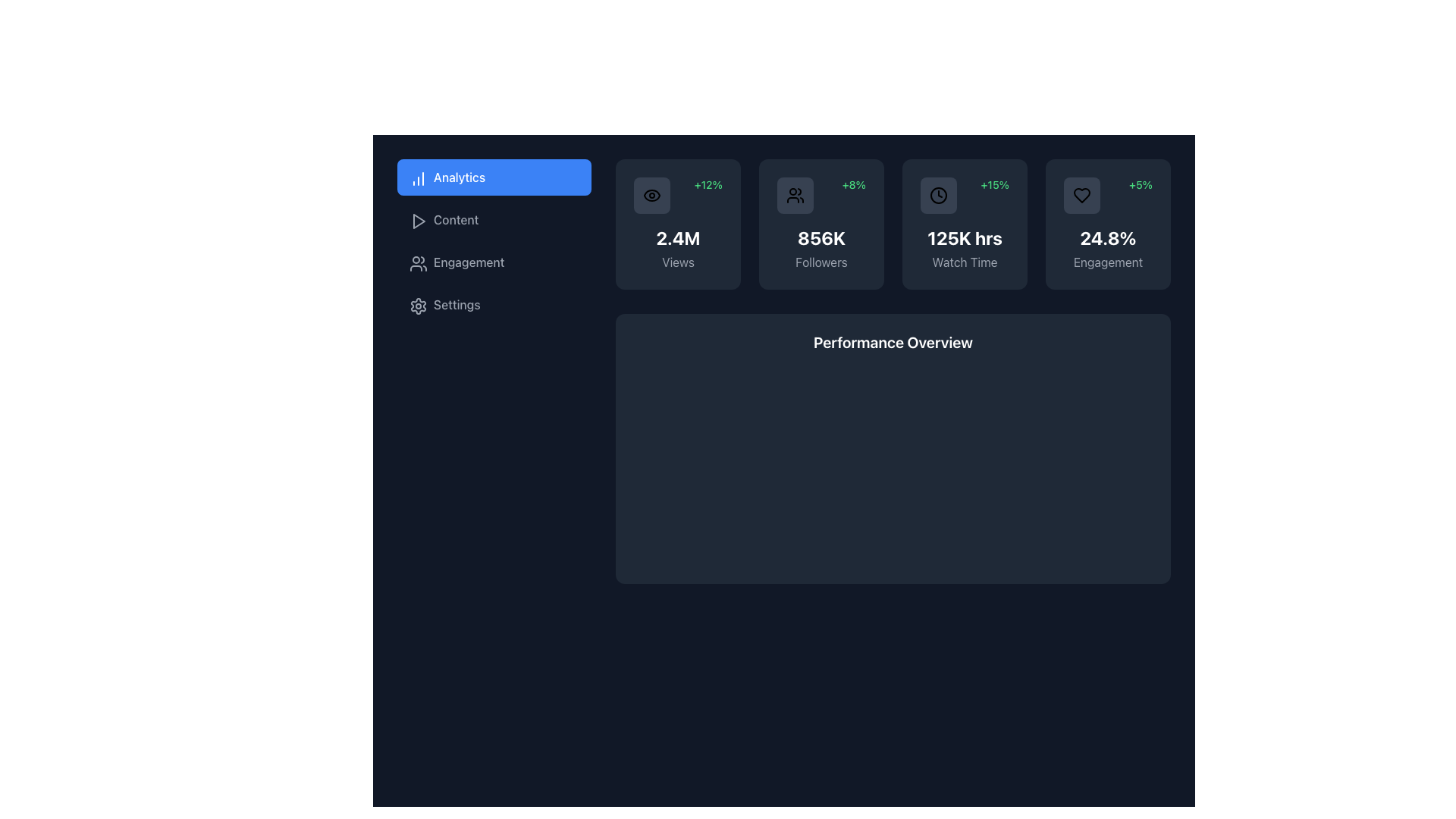 The height and width of the screenshot is (819, 1456). I want to click on the bold numerical label '856K' which is styled in a large white font and positioned above the 'Followers' label in the second card from the left in the series of cards, so click(821, 237).